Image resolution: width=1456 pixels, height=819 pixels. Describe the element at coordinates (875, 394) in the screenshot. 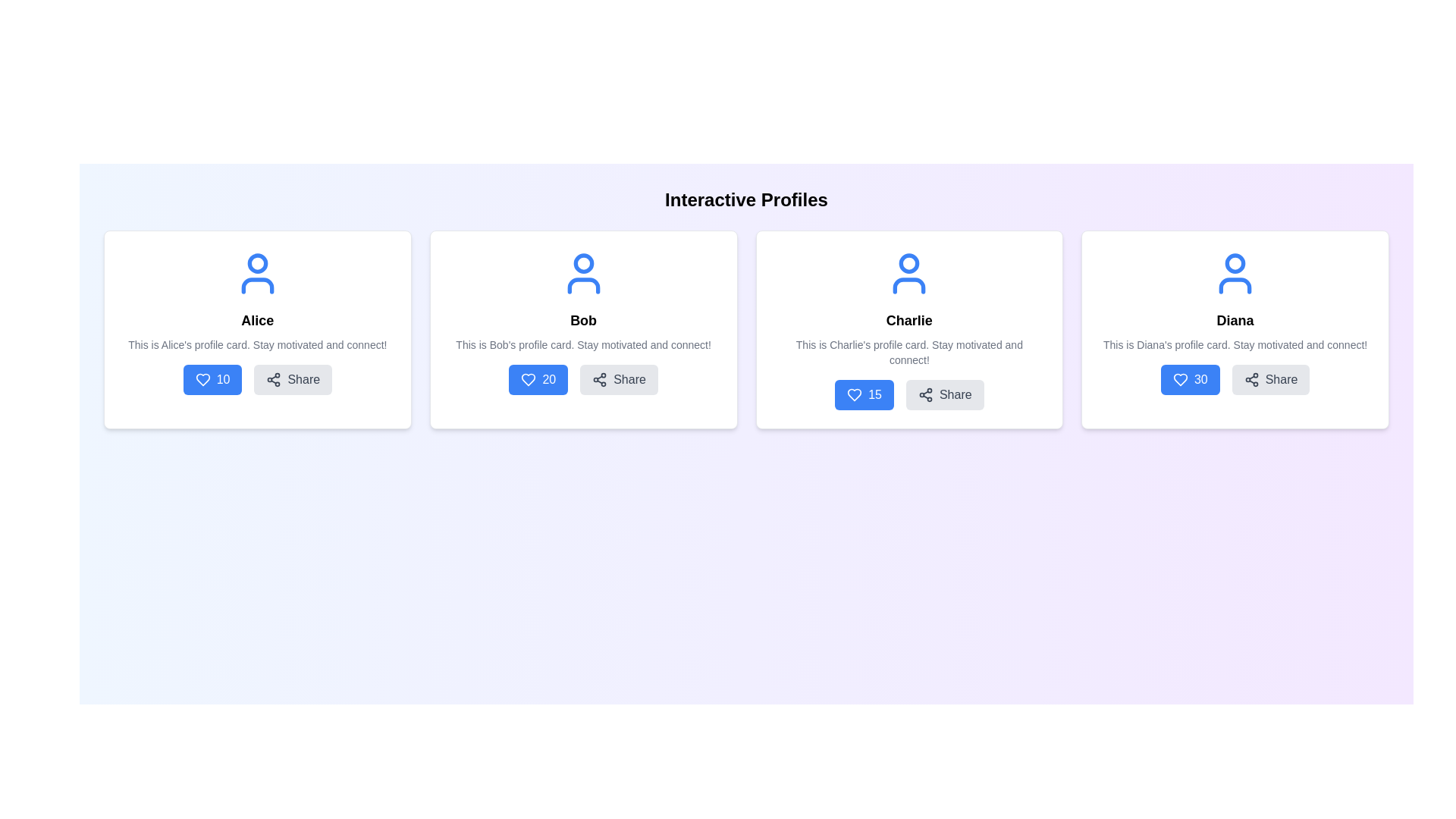

I see `count displayed as '15' in white text over a blue background, located in the interactive button under the 'Charlie' section in the third card from the left, to the right of the heart icon` at that location.